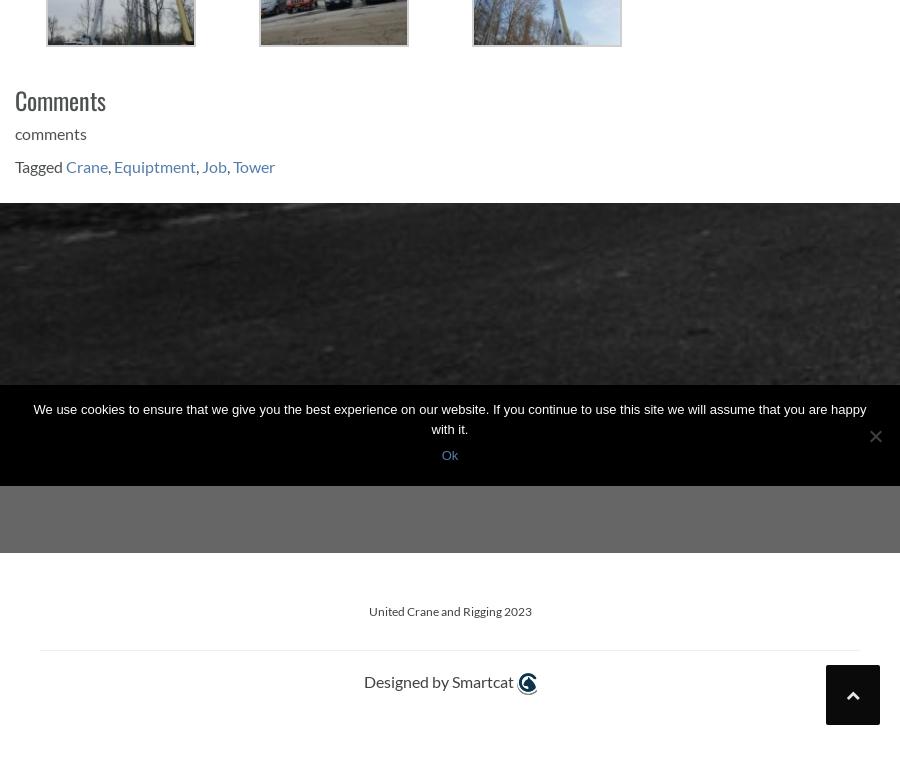 This screenshot has width=900, height=757. Describe the element at coordinates (14, 98) in the screenshot. I see `'Comments'` at that location.